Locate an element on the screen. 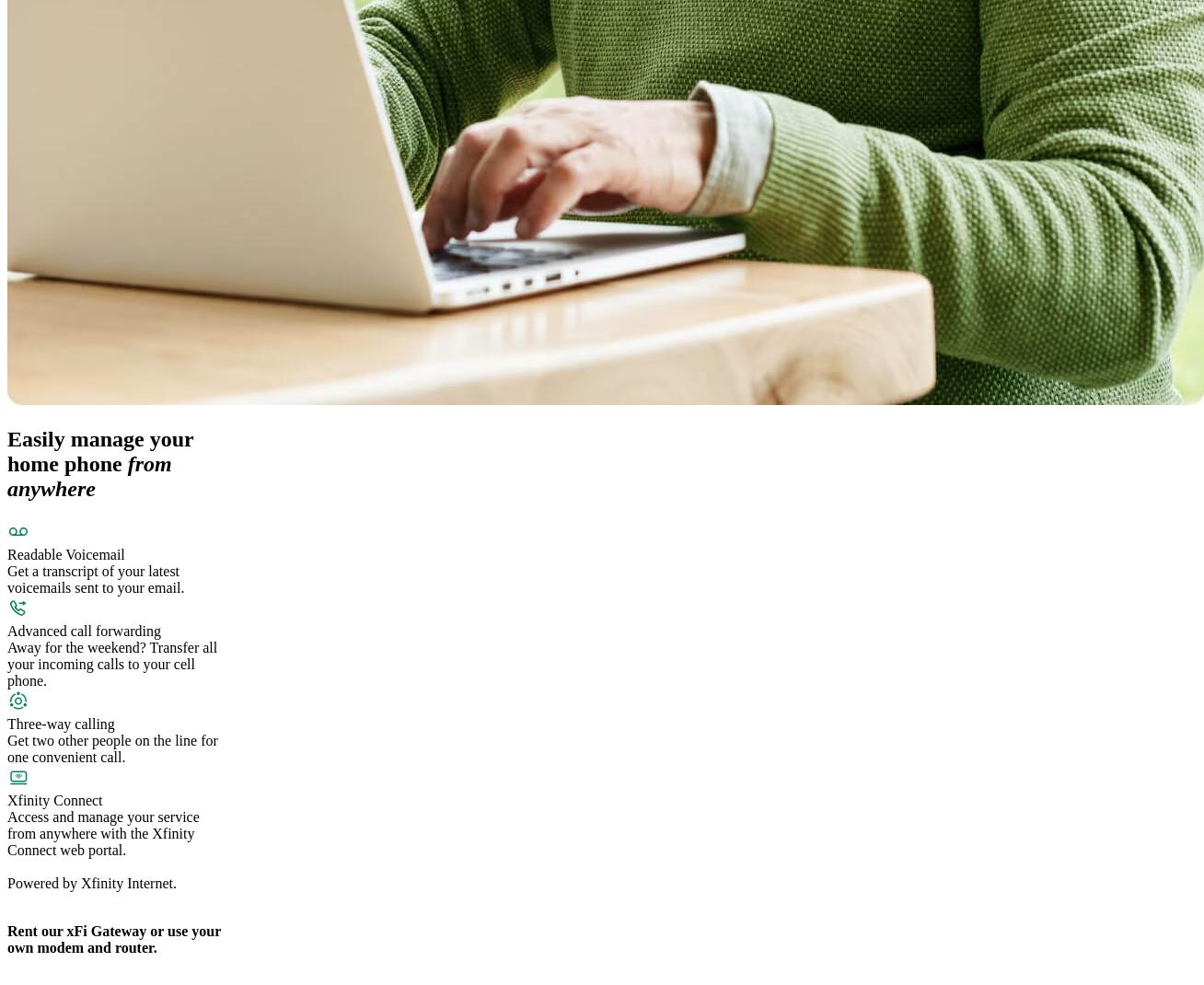  'Access and manage your service from anywhere with the Xfinity Connect web portal.' is located at coordinates (6, 832).